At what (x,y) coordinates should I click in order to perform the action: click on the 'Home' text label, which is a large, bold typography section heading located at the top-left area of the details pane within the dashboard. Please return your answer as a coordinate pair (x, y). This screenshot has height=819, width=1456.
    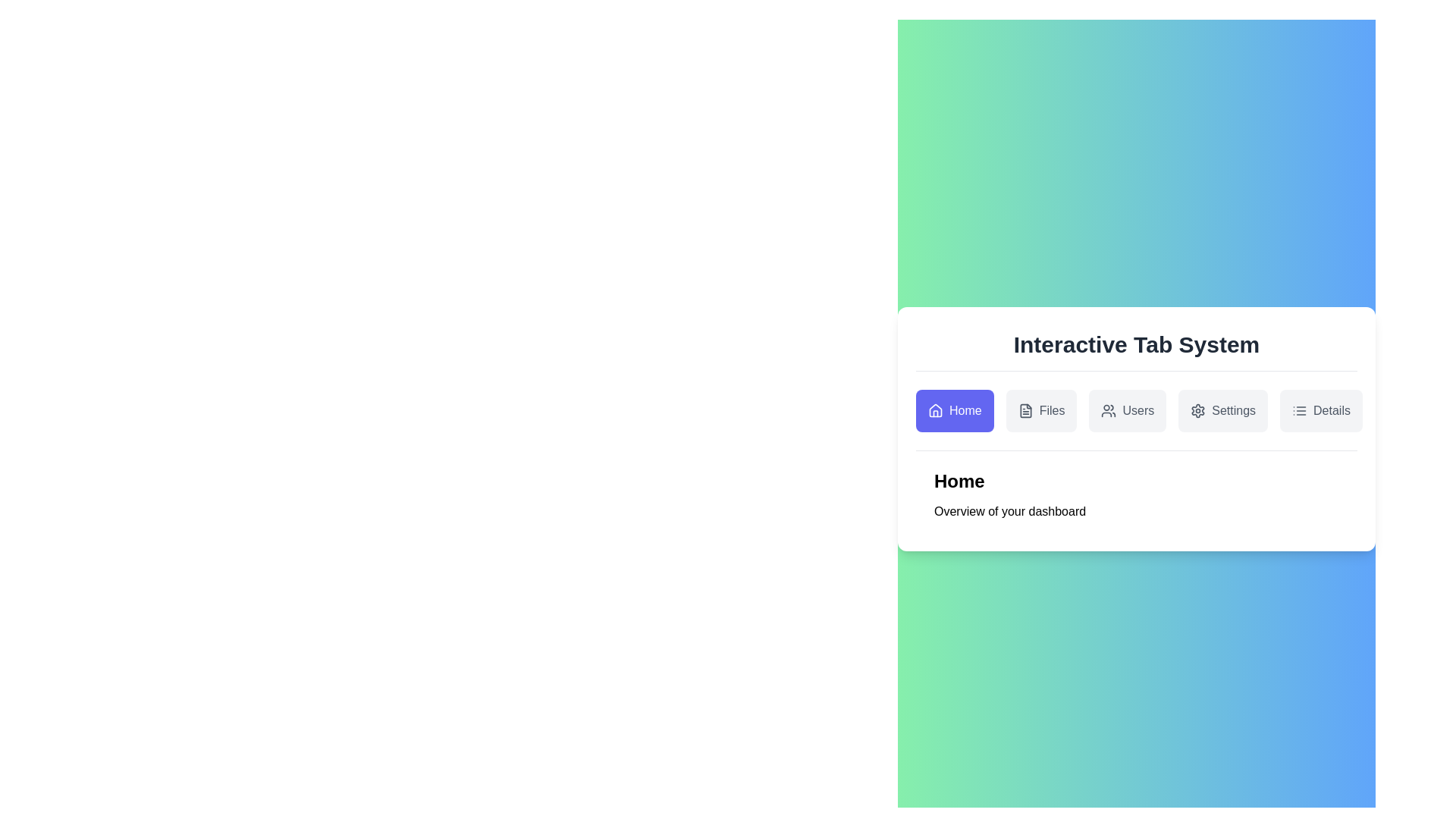
    Looking at the image, I should click on (959, 482).